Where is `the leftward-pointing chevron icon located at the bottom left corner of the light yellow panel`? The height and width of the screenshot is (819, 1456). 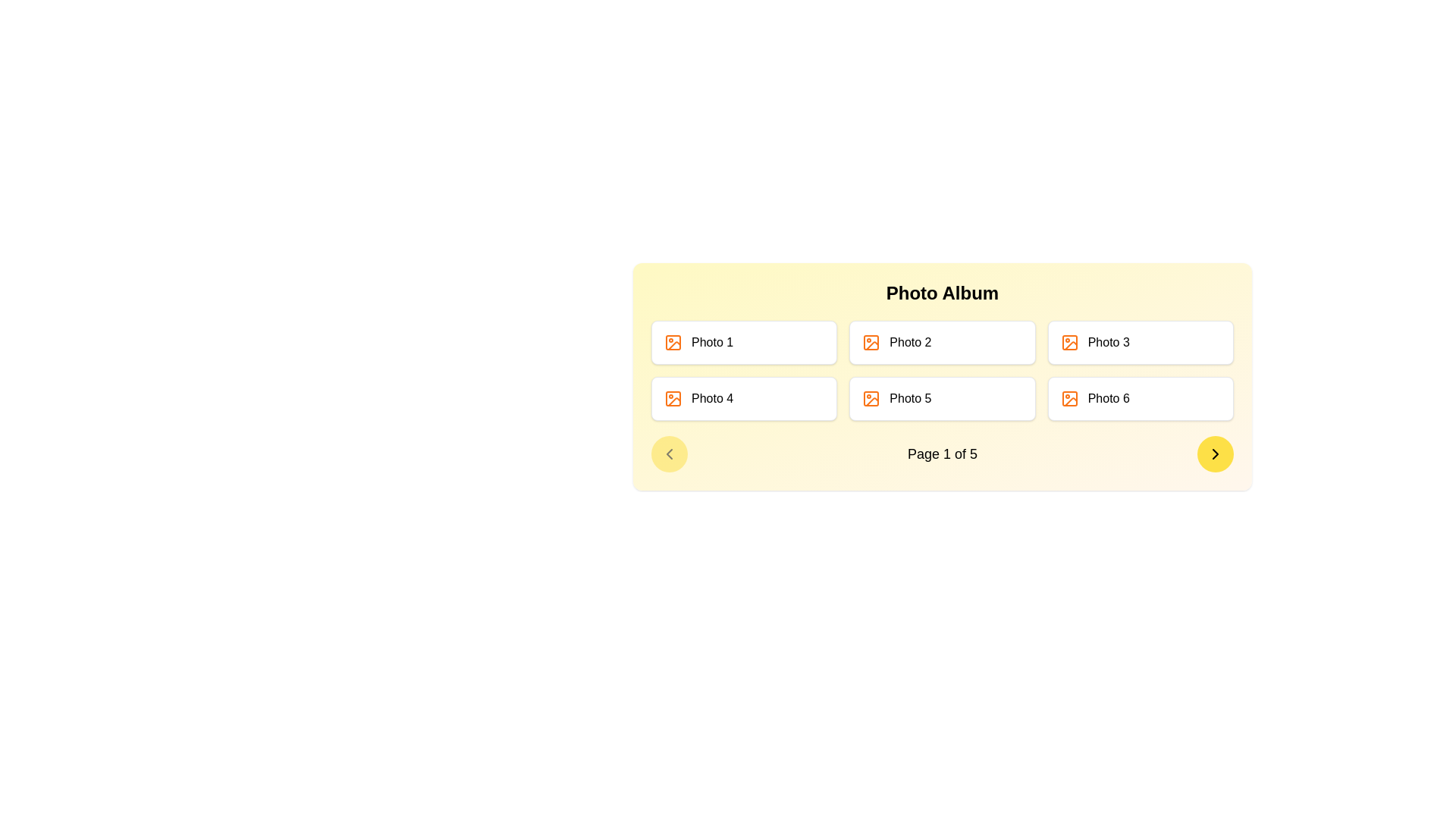 the leftward-pointing chevron icon located at the bottom left corner of the light yellow panel is located at coordinates (669, 453).